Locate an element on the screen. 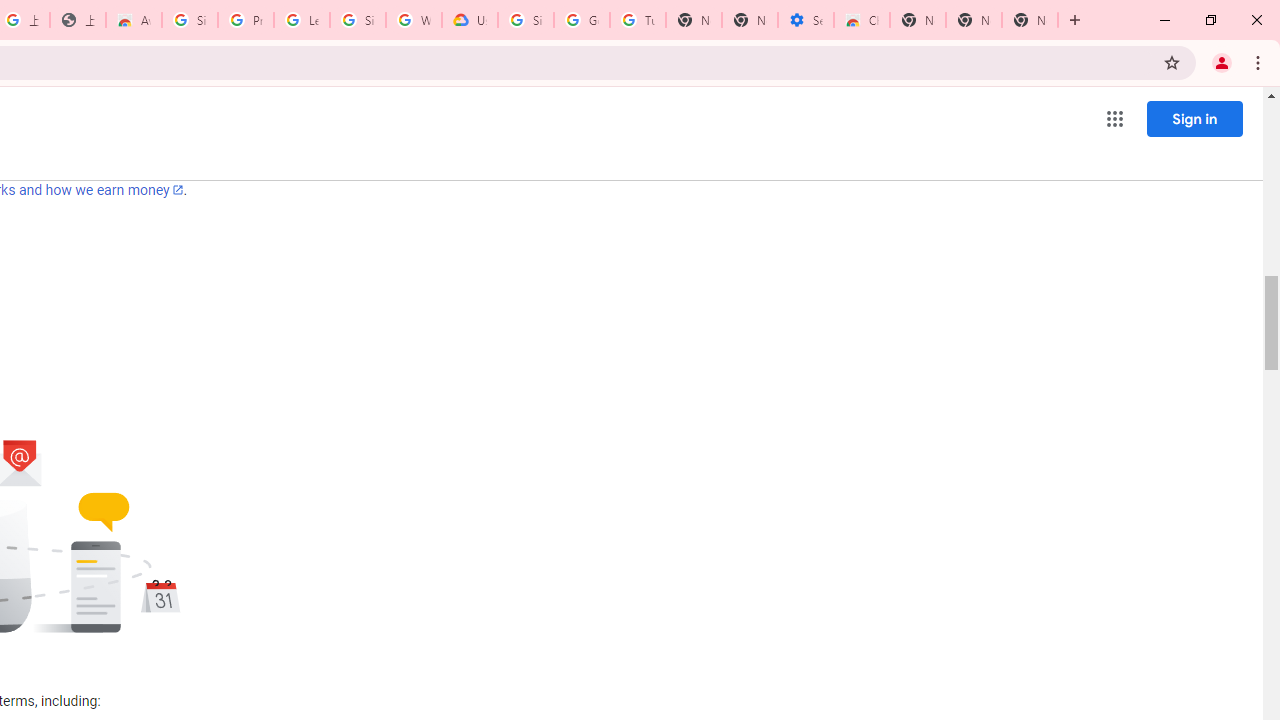  'Who are Google' is located at coordinates (413, 20).